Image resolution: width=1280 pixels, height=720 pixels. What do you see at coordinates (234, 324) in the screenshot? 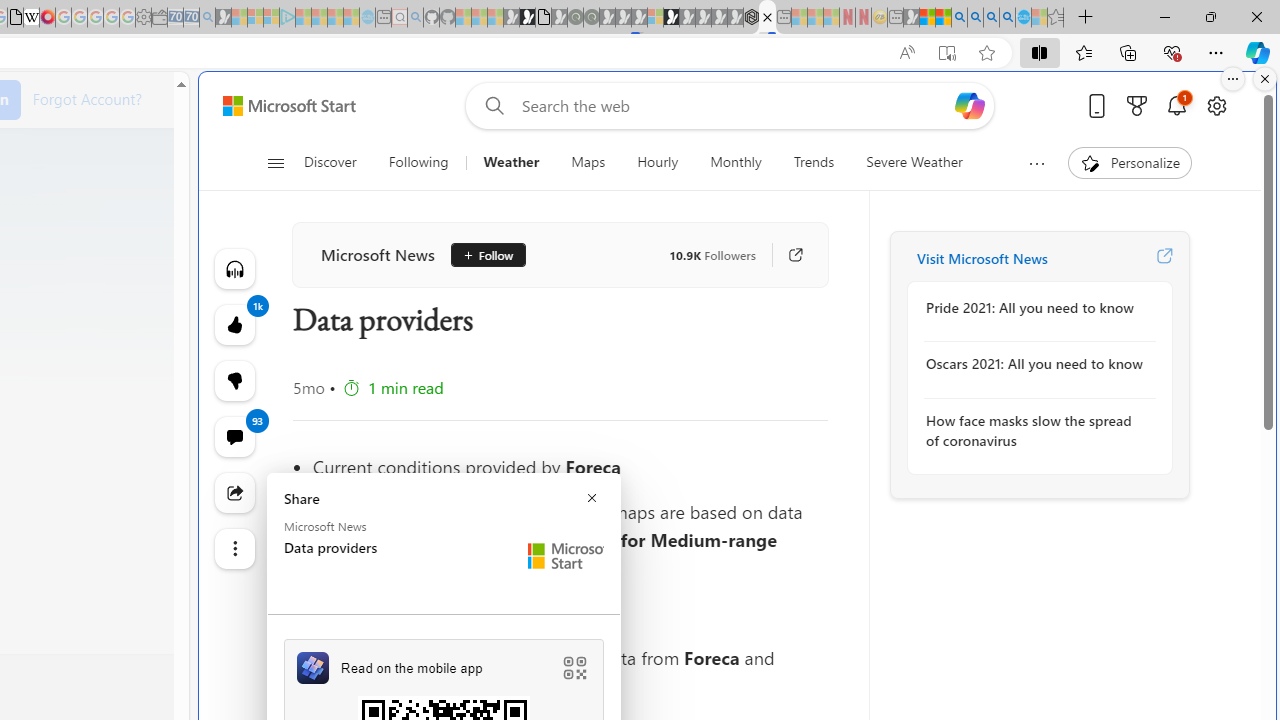
I see `'1k Like'` at bounding box center [234, 324].